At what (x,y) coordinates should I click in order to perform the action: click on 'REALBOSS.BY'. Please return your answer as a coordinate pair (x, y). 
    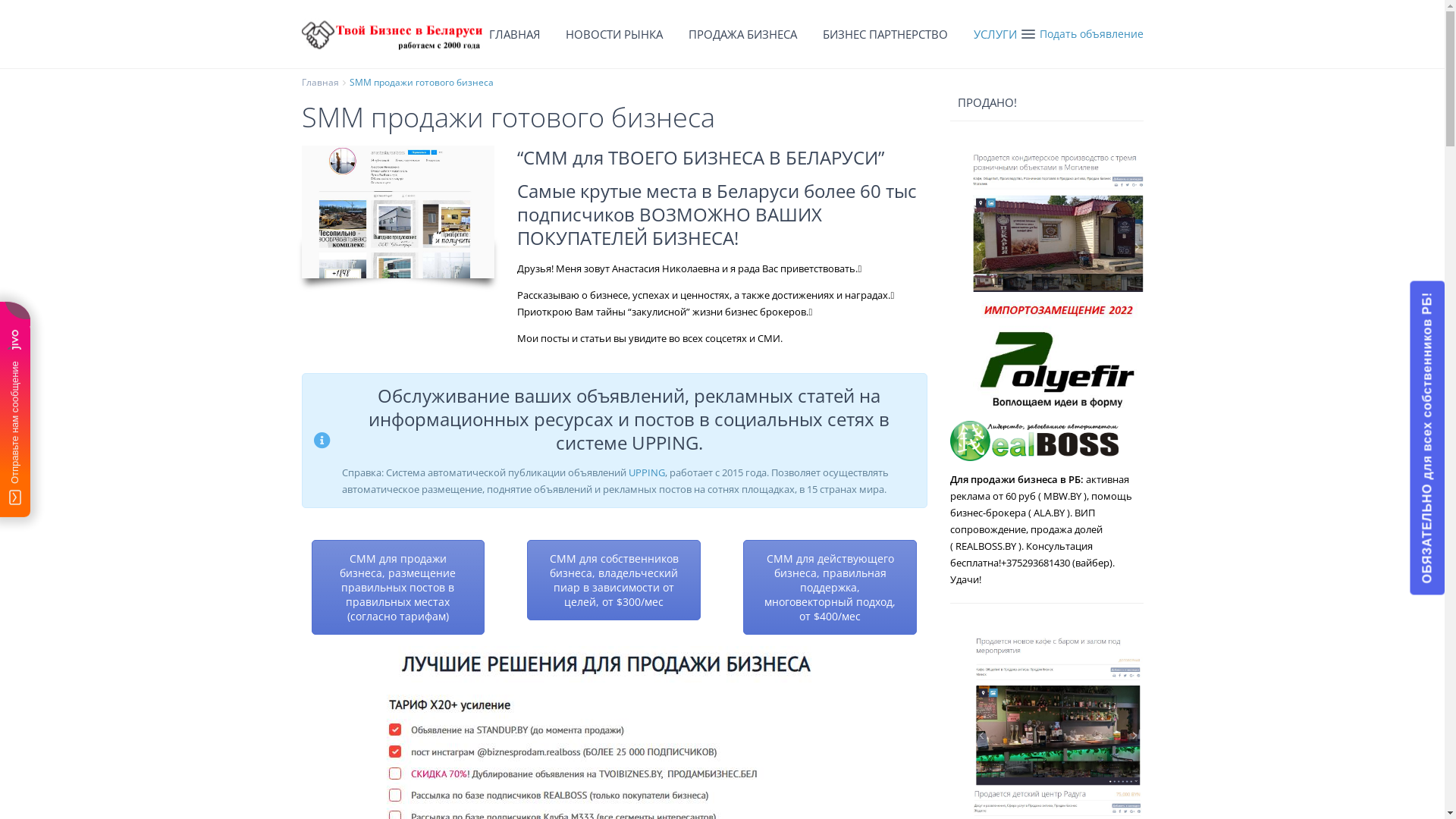
    Looking at the image, I should click on (986, 546).